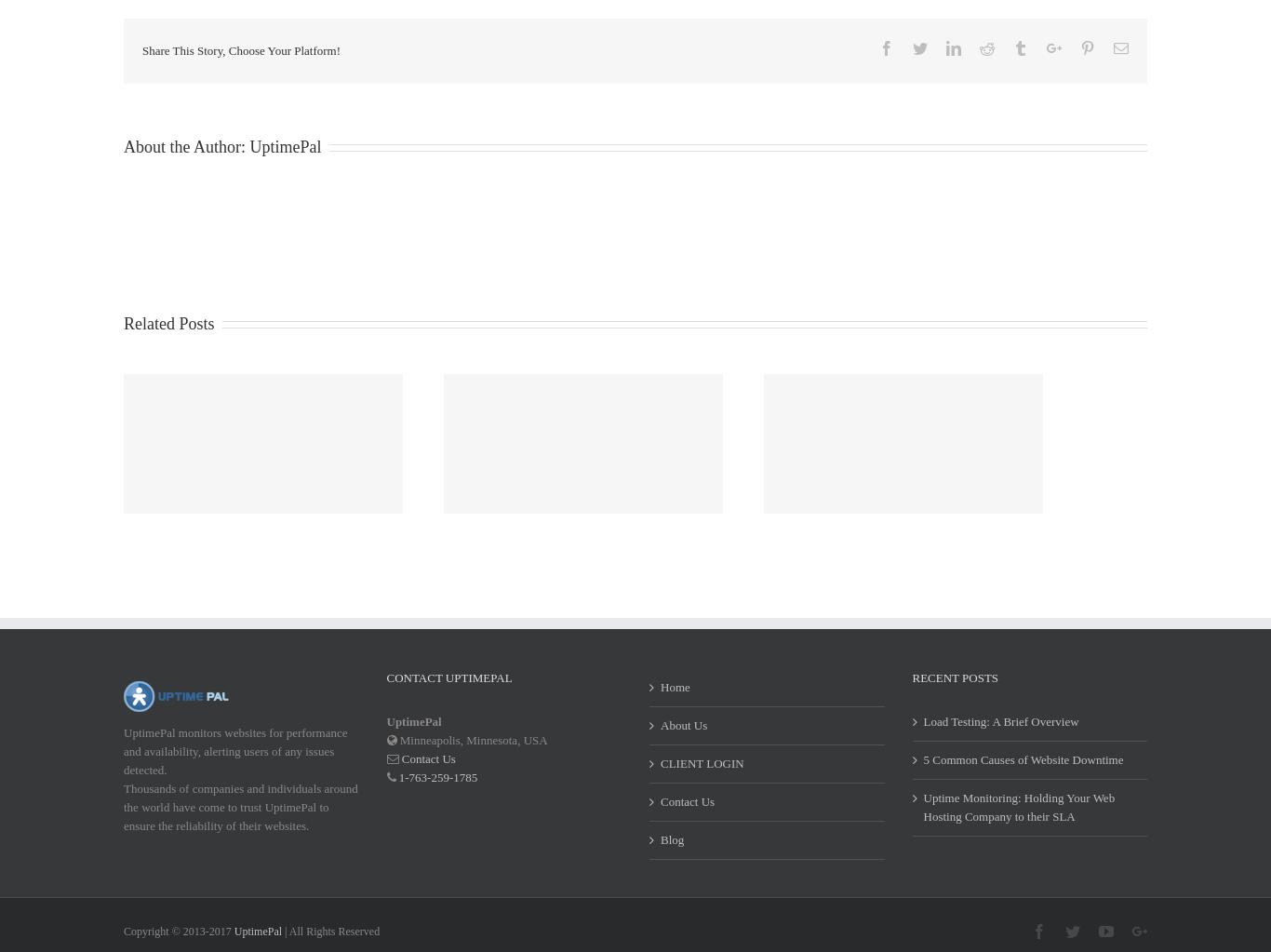 This screenshot has width=1271, height=952. I want to click on 'Share This Story, Choose Your Platform!', so click(241, 74).